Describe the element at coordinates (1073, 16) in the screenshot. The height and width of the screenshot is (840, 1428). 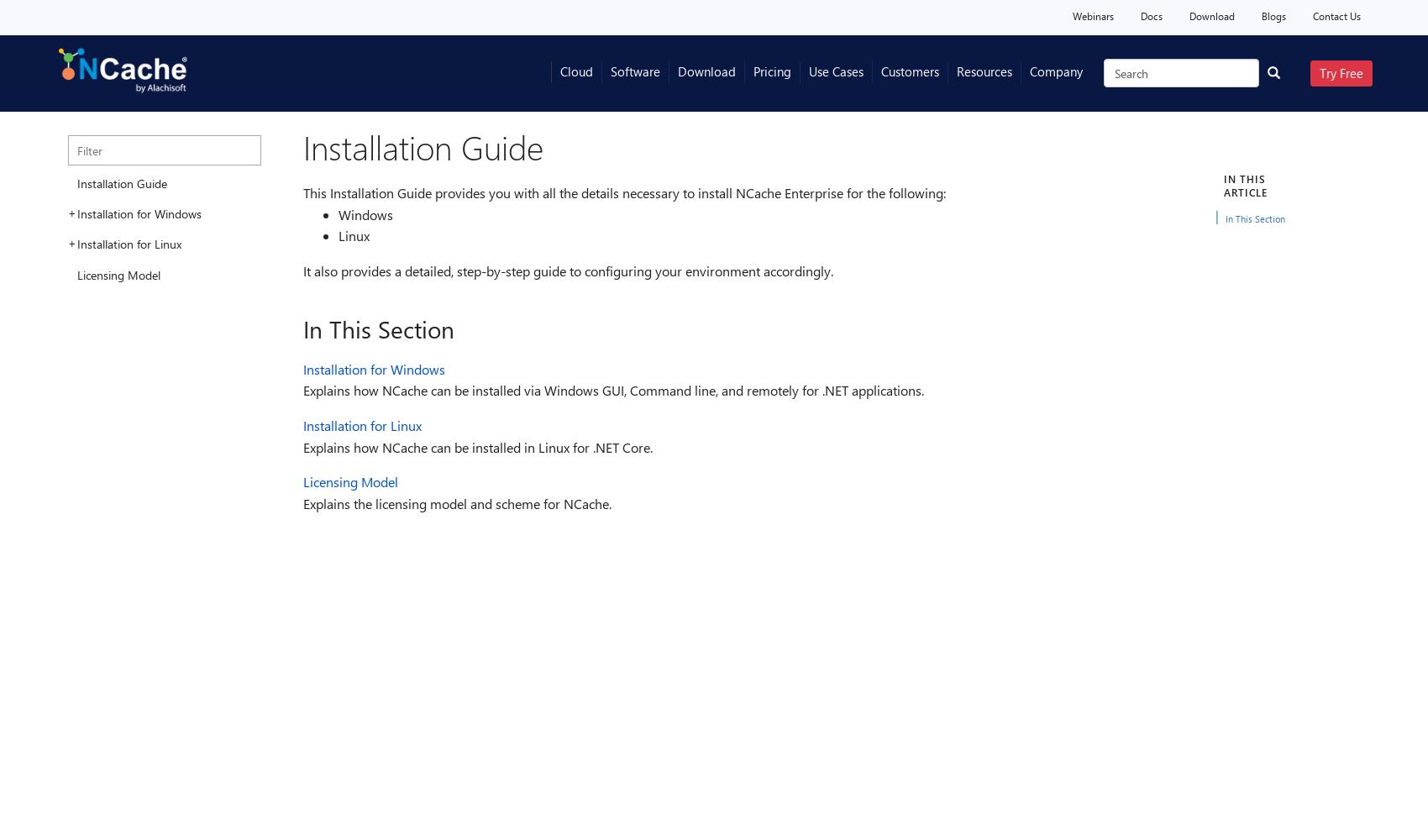
I see `'Webinars'` at that location.